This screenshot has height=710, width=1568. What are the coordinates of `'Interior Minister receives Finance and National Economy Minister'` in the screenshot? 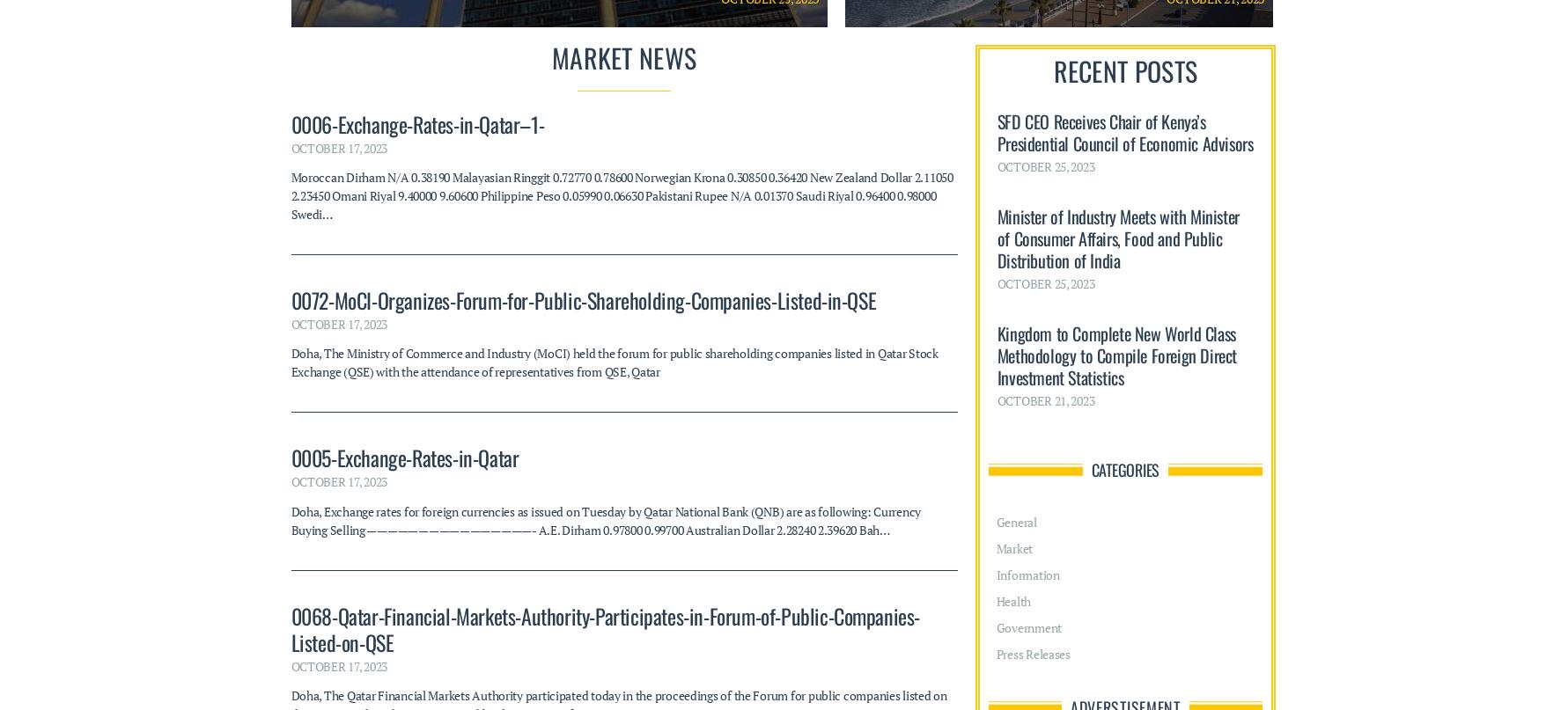 It's located at (291, 613).